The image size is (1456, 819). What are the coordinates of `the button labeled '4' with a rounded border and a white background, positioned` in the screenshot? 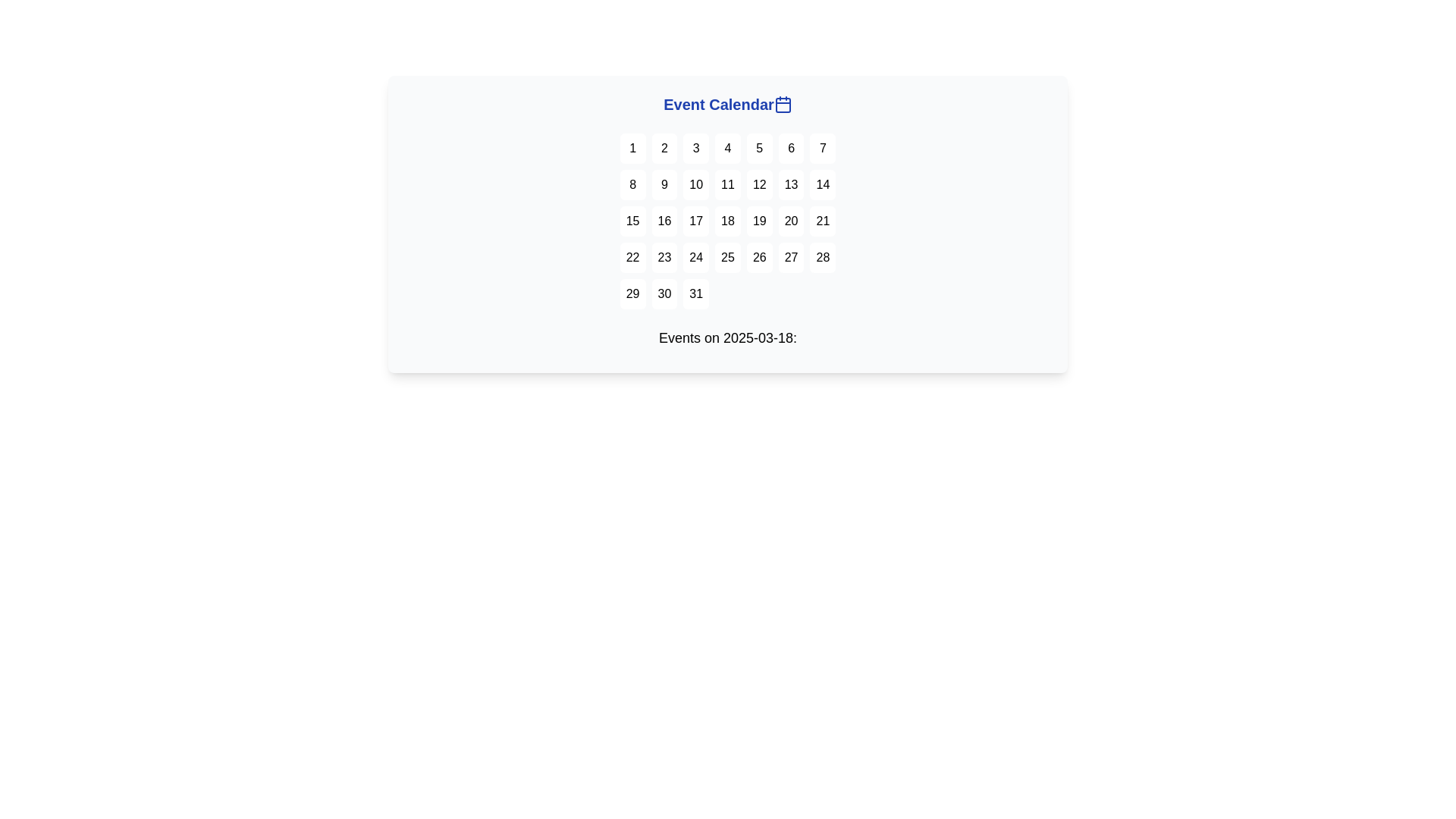 It's located at (728, 149).